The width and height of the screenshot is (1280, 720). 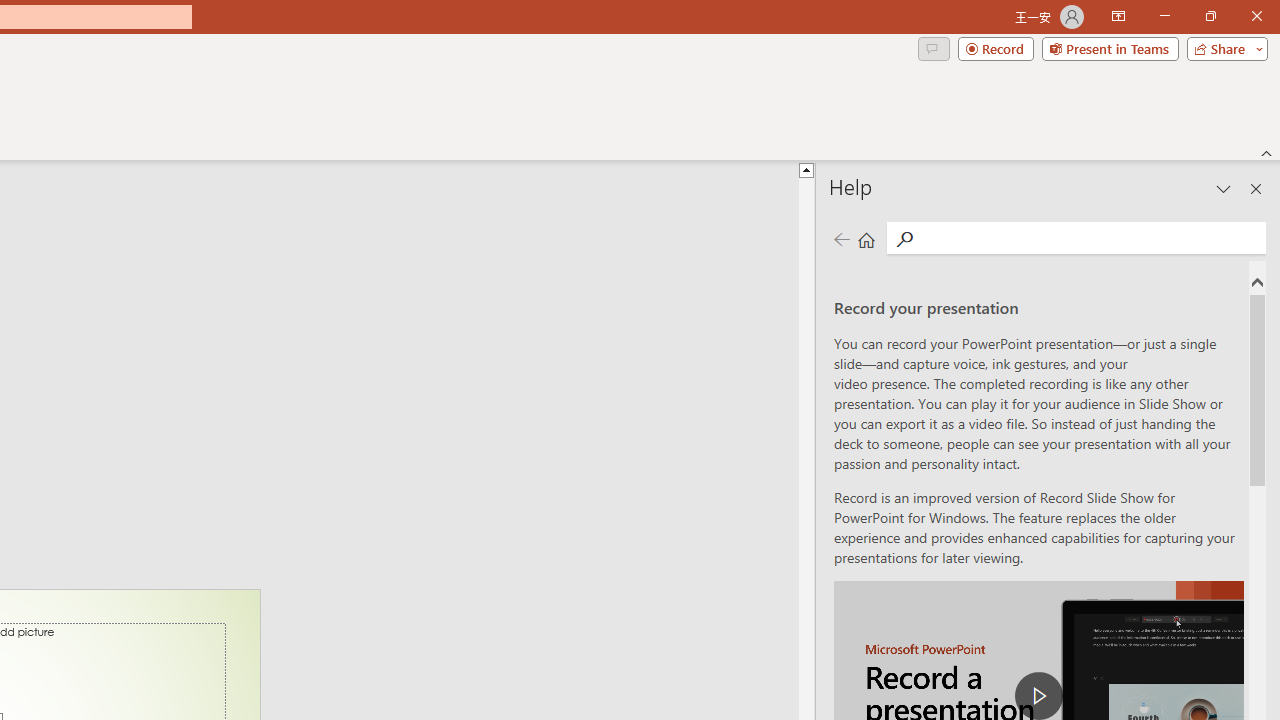 What do you see at coordinates (841, 238) in the screenshot?
I see `'Previous page'` at bounding box center [841, 238].